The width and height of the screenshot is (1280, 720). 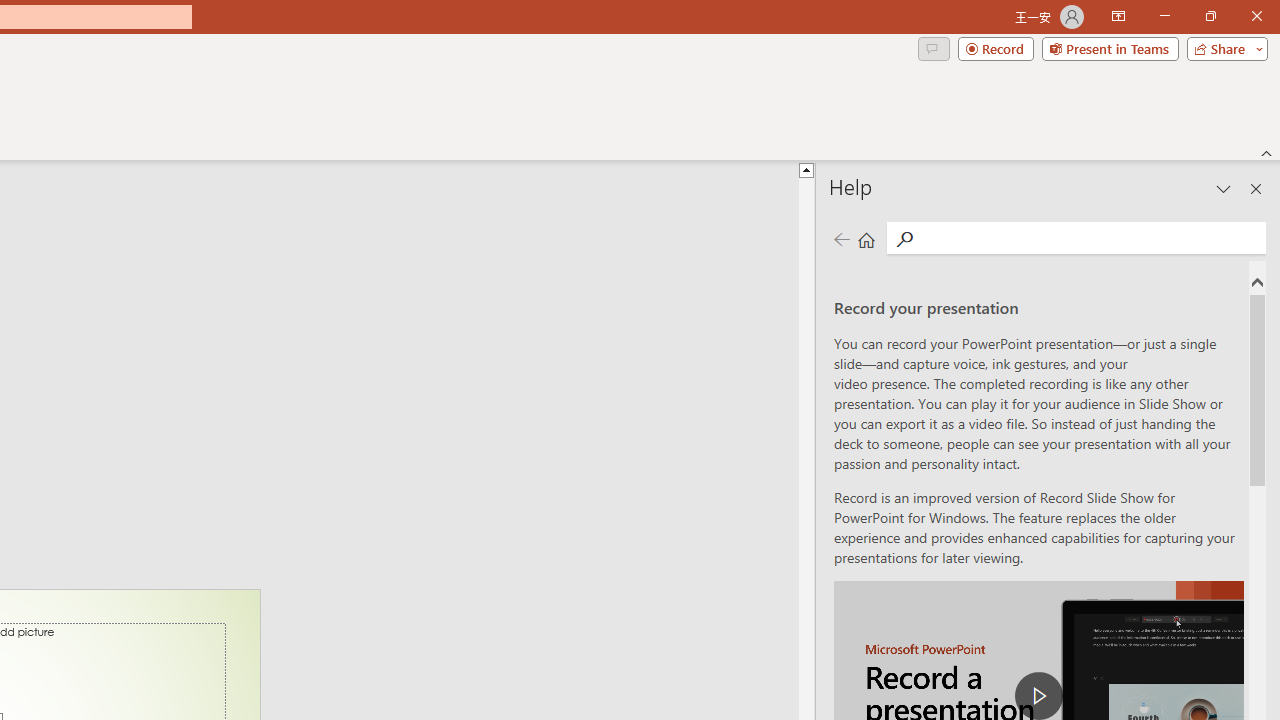 What do you see at coordinates (841, 238) in the screenshot?
I see `'Previous page'` at bounding box center [841, 238].